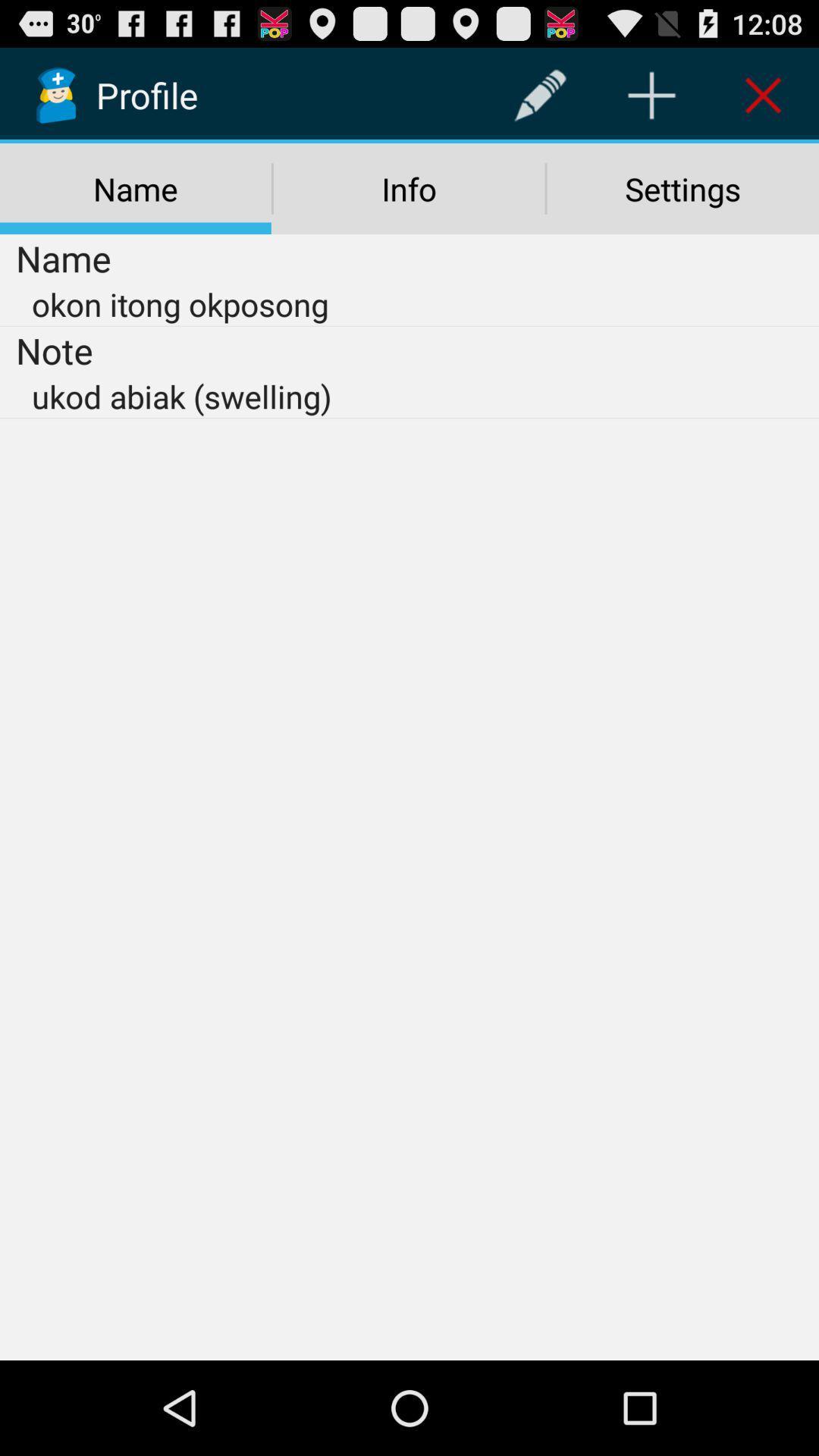 The height and width of the screenshot is (1456, 819). Describe the element at coordinates (682, 188) in the screenshot. I see `the item to the right of info icon` at that location.